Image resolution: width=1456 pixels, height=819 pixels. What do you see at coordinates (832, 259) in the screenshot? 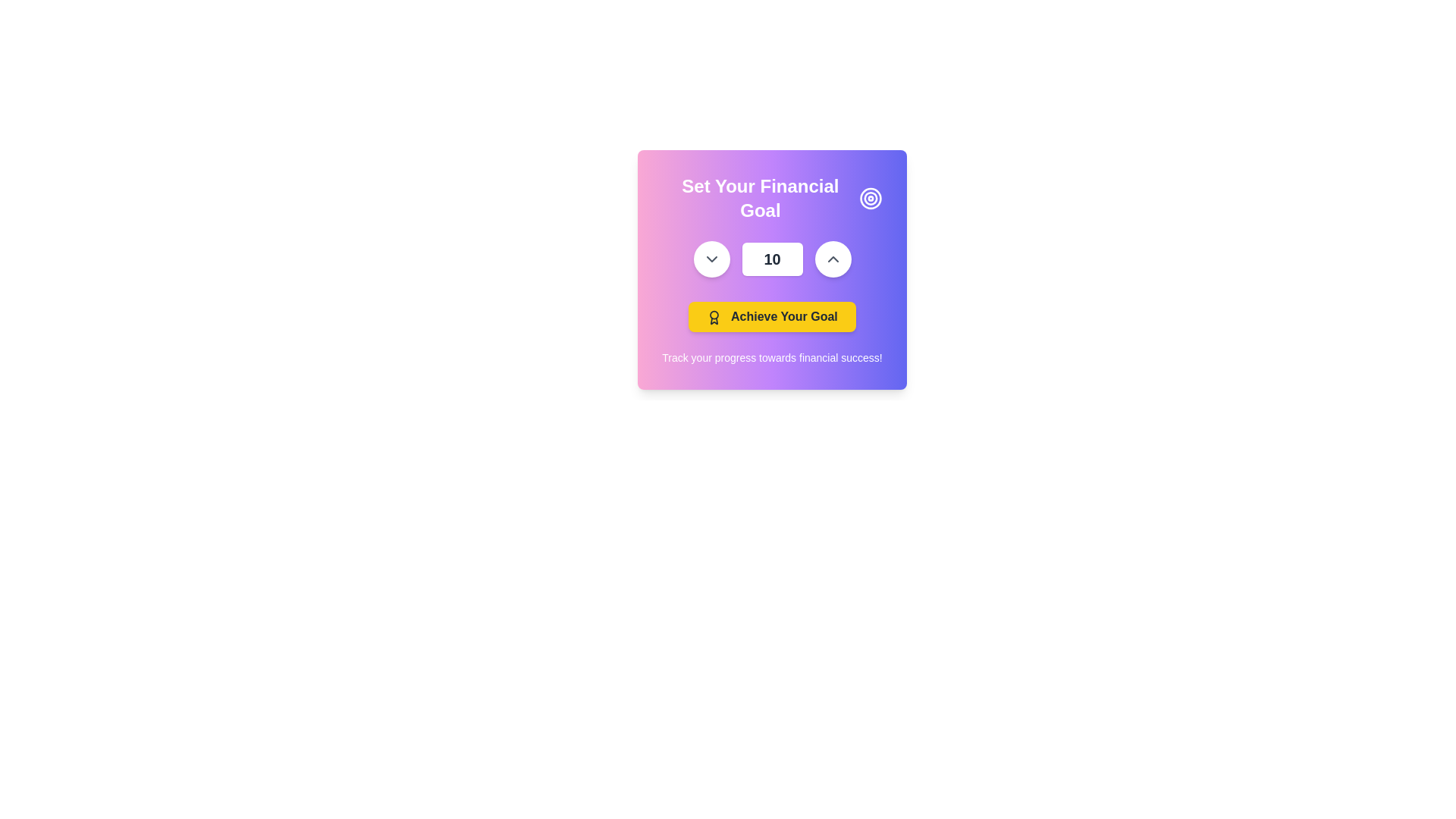
I see `the increment button located on the right side of the numeric input field` at bounding box center [832, 259].